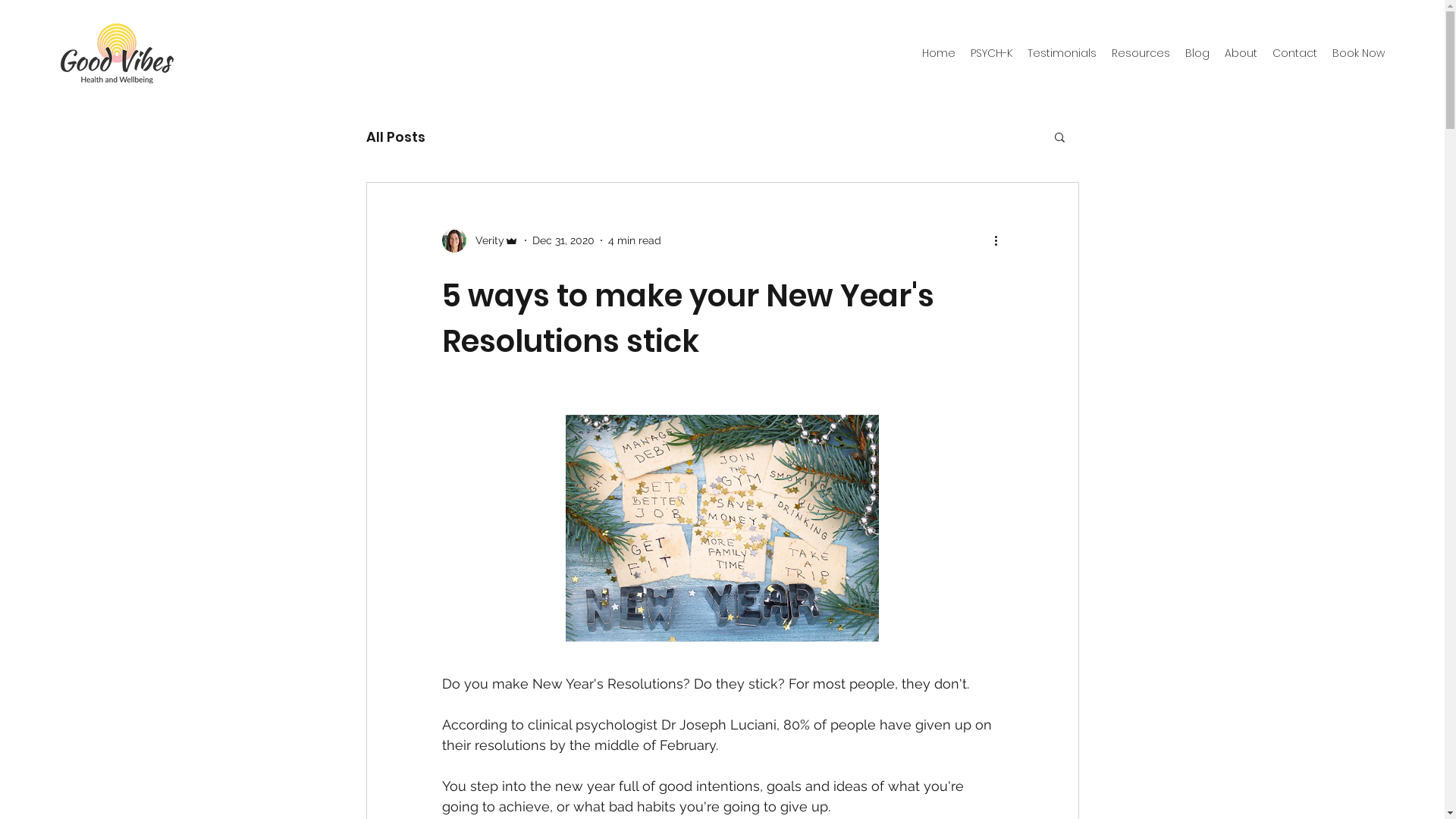 The image size is (1456, 819). What do you see at coordinates (1141, 52) in the screenshot?
I see `'Resources'` at bounding box center [1141, 52].